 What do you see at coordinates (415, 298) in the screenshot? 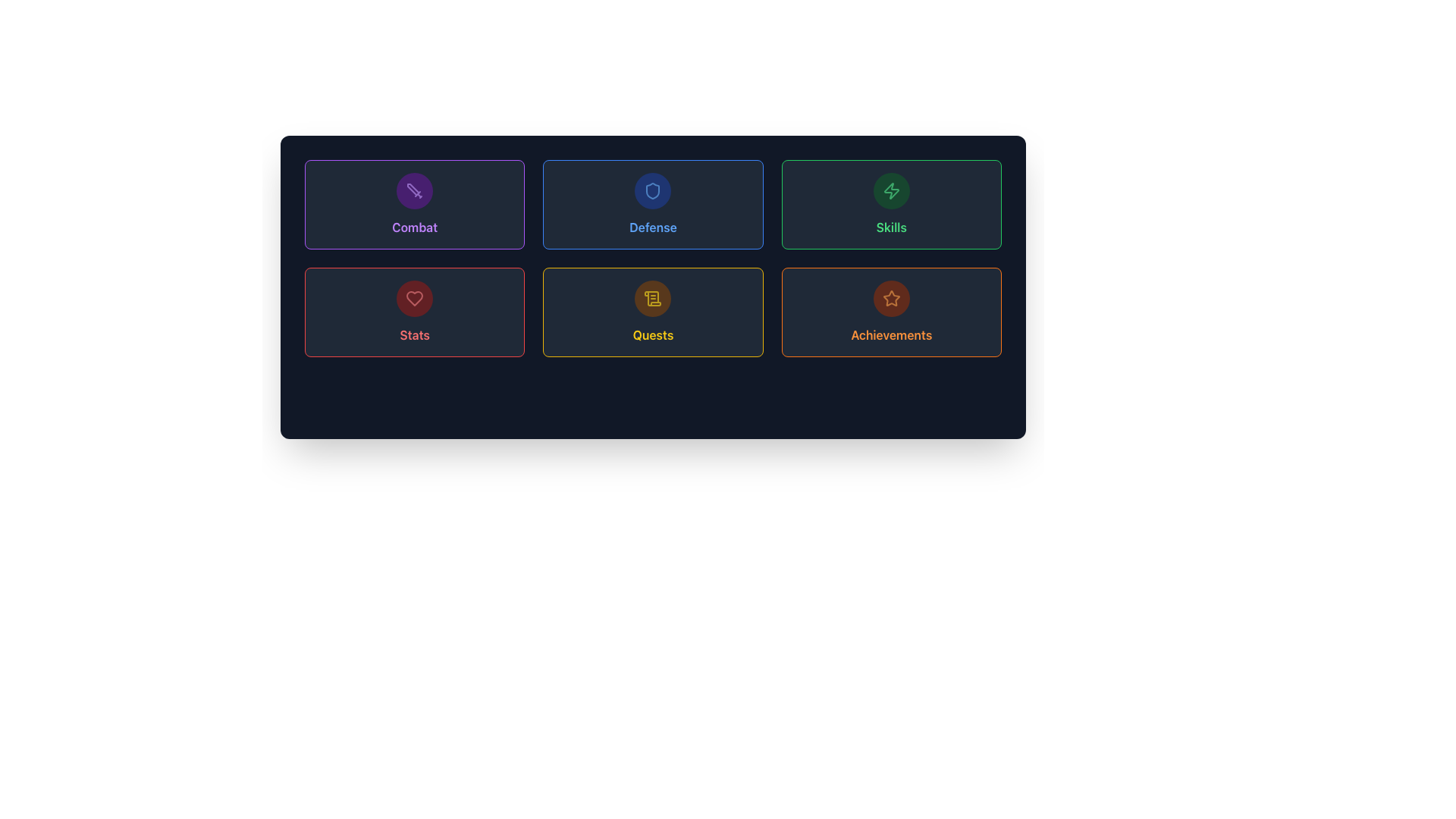
I see `the circular, pulsating red icon with a heart design, located centrally within the 'Stats' card in the bottom-left quadrant of the UI` at bounding box center [415, 298].